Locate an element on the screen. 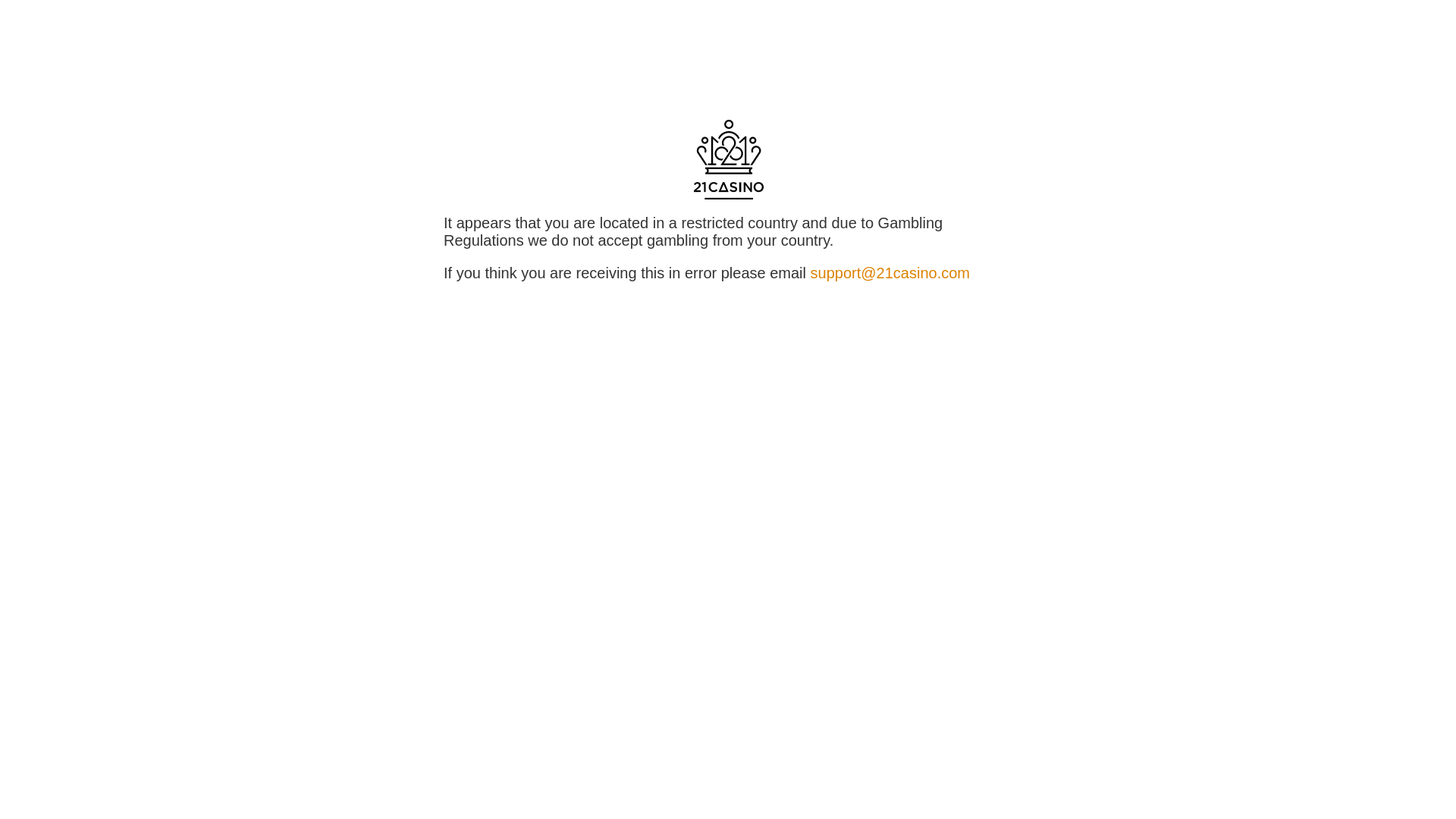 The height and width of the screenshot is (819, 1456). 'support@21casino.com' is located at coordinates (890, 271).